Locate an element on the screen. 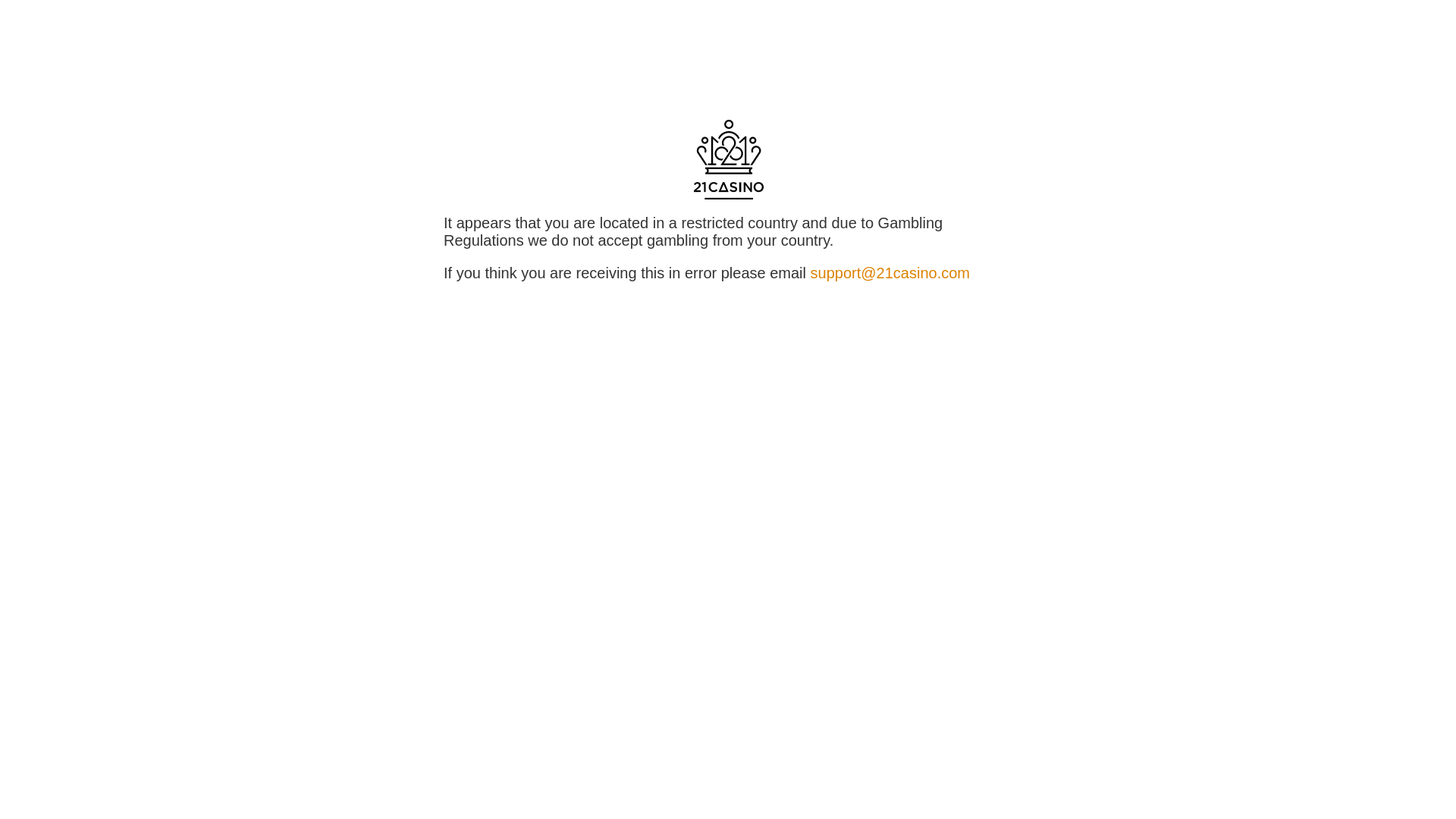 The height and width of the screenshot is (819, 1456). 'support@21casino.com' is located at coordinates (890, 271).